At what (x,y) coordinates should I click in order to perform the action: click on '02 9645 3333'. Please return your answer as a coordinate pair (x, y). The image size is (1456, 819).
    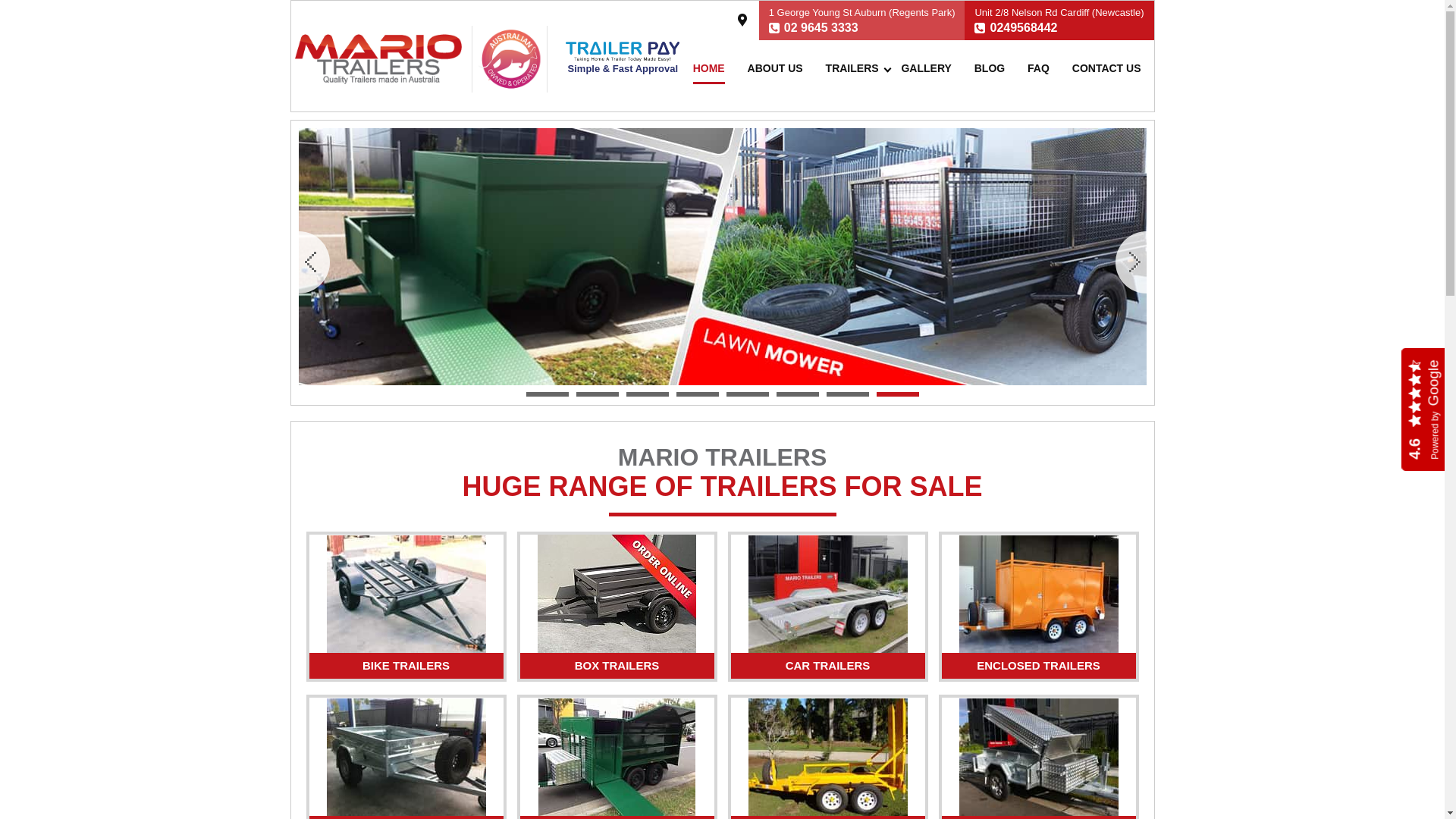
    Looking at the image, I should click on (821, 27).